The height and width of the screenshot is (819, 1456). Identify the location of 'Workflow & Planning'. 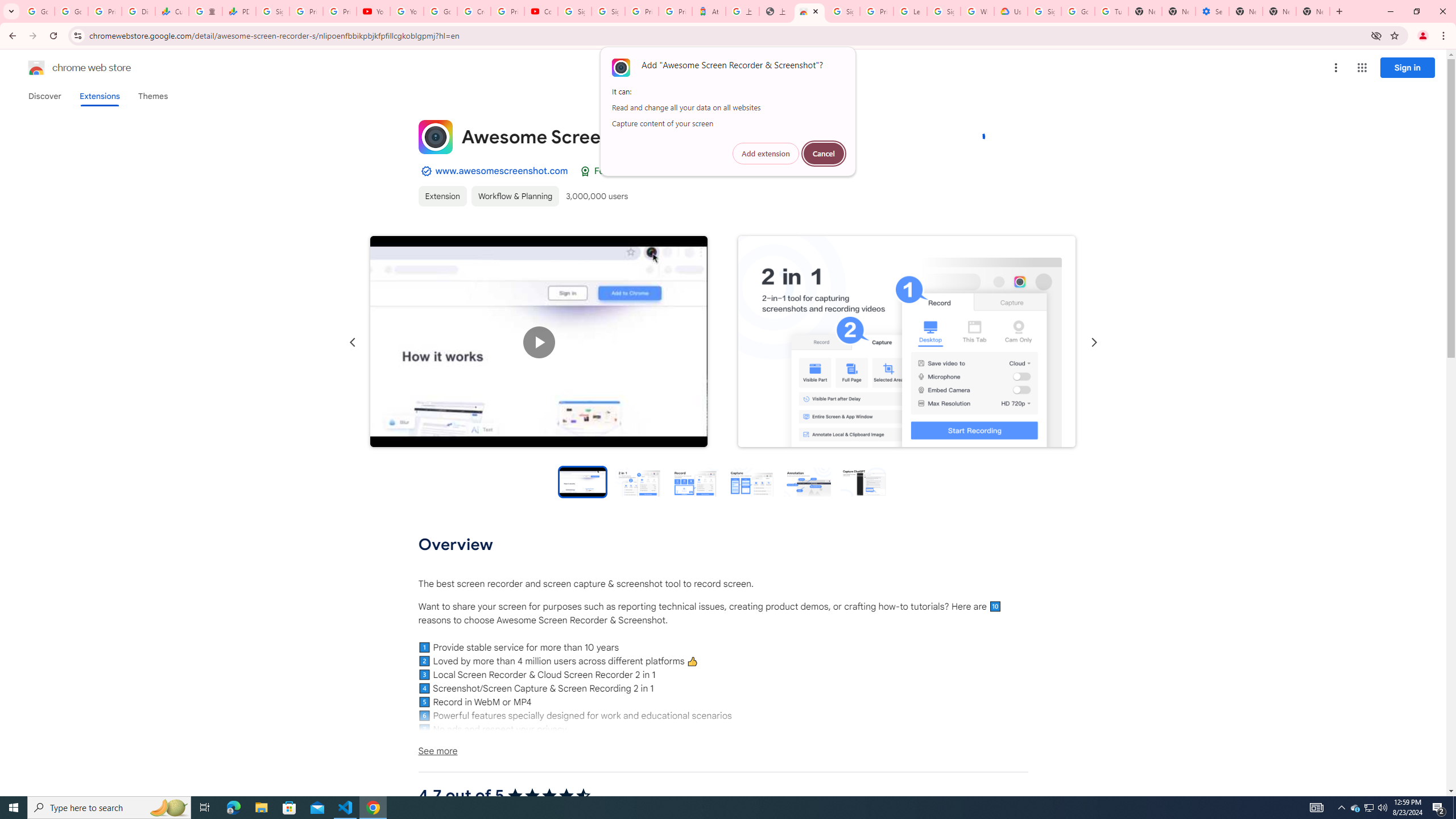
(514, 196).